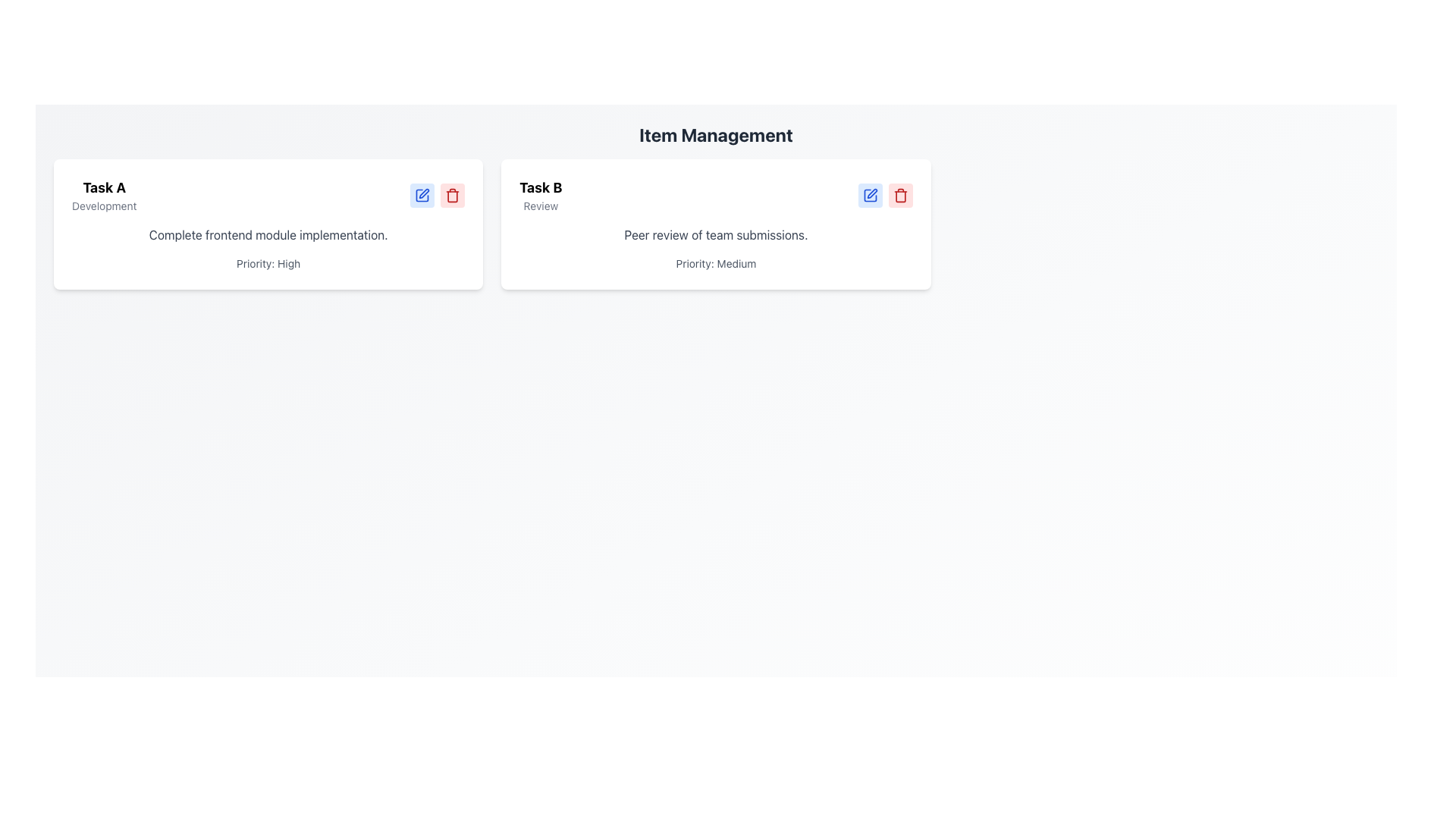 This screenshot has height=819, width=1456. I want to click on the delete icon located in the control section of the 'Task A' card, to the right of the blue pencil/edit icon, so click(451, 195).